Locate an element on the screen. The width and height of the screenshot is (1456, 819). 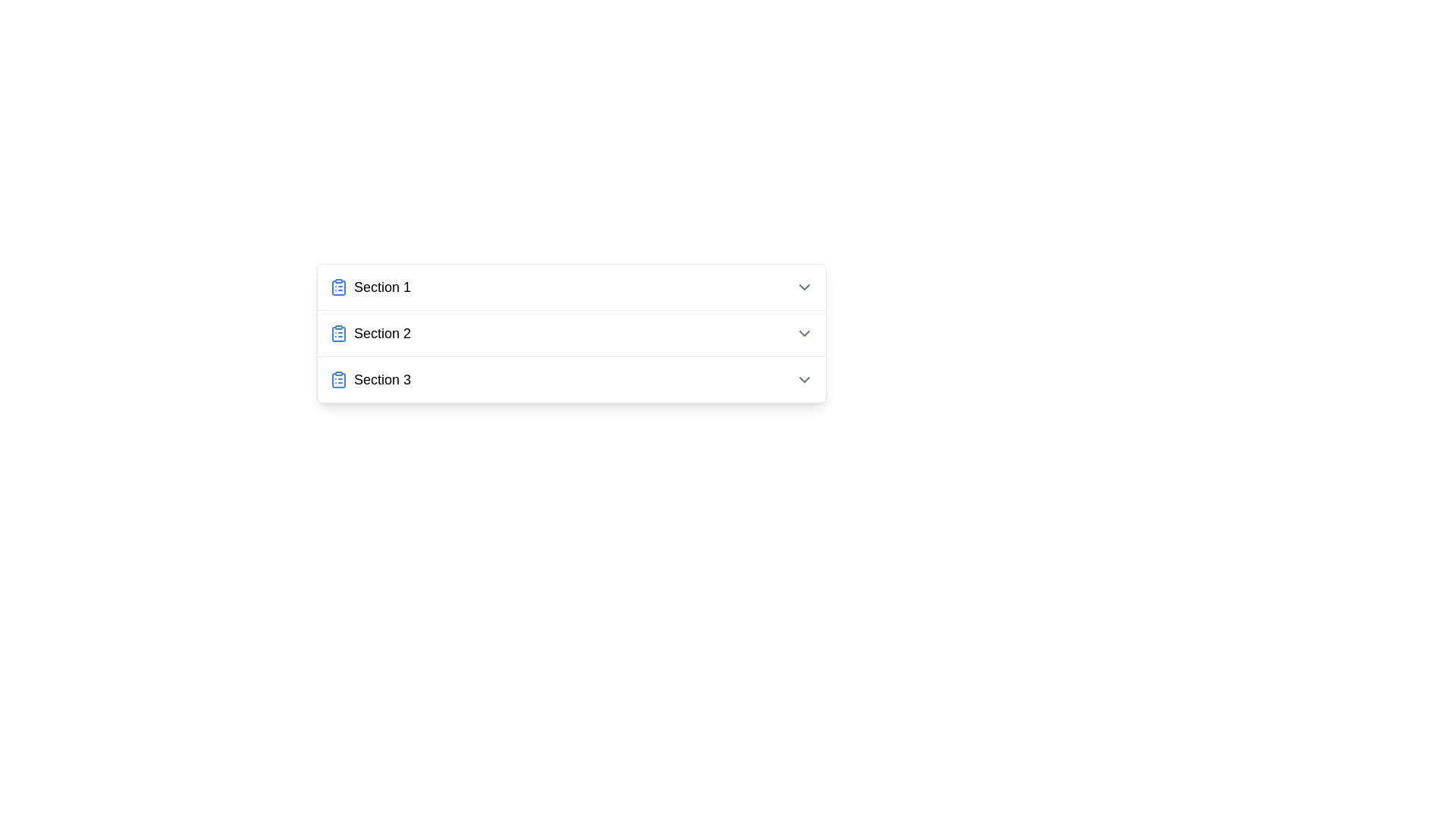
the third item is located at coordinates (570, 379).